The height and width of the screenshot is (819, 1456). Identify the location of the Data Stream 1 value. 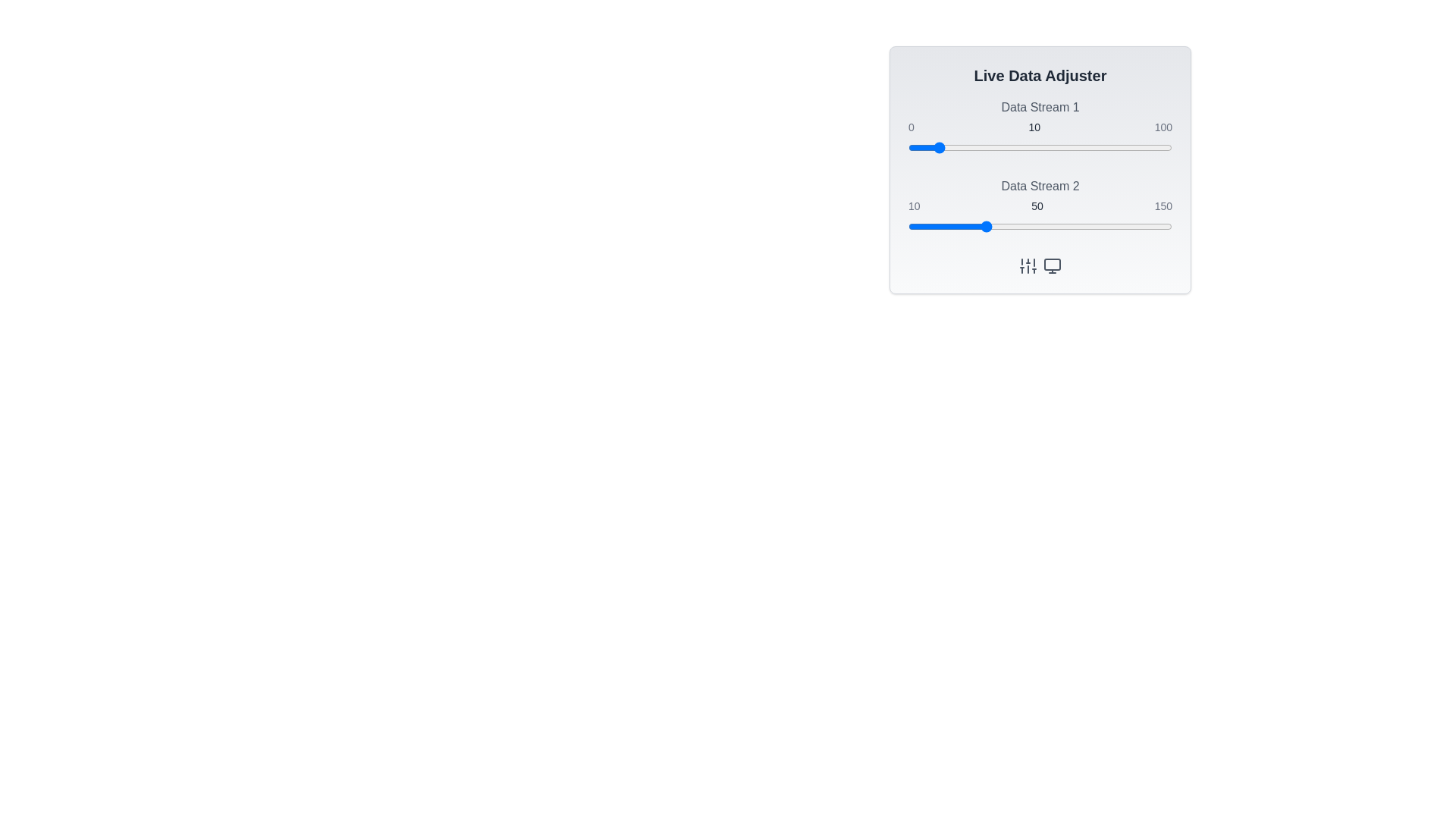
(923, 148).